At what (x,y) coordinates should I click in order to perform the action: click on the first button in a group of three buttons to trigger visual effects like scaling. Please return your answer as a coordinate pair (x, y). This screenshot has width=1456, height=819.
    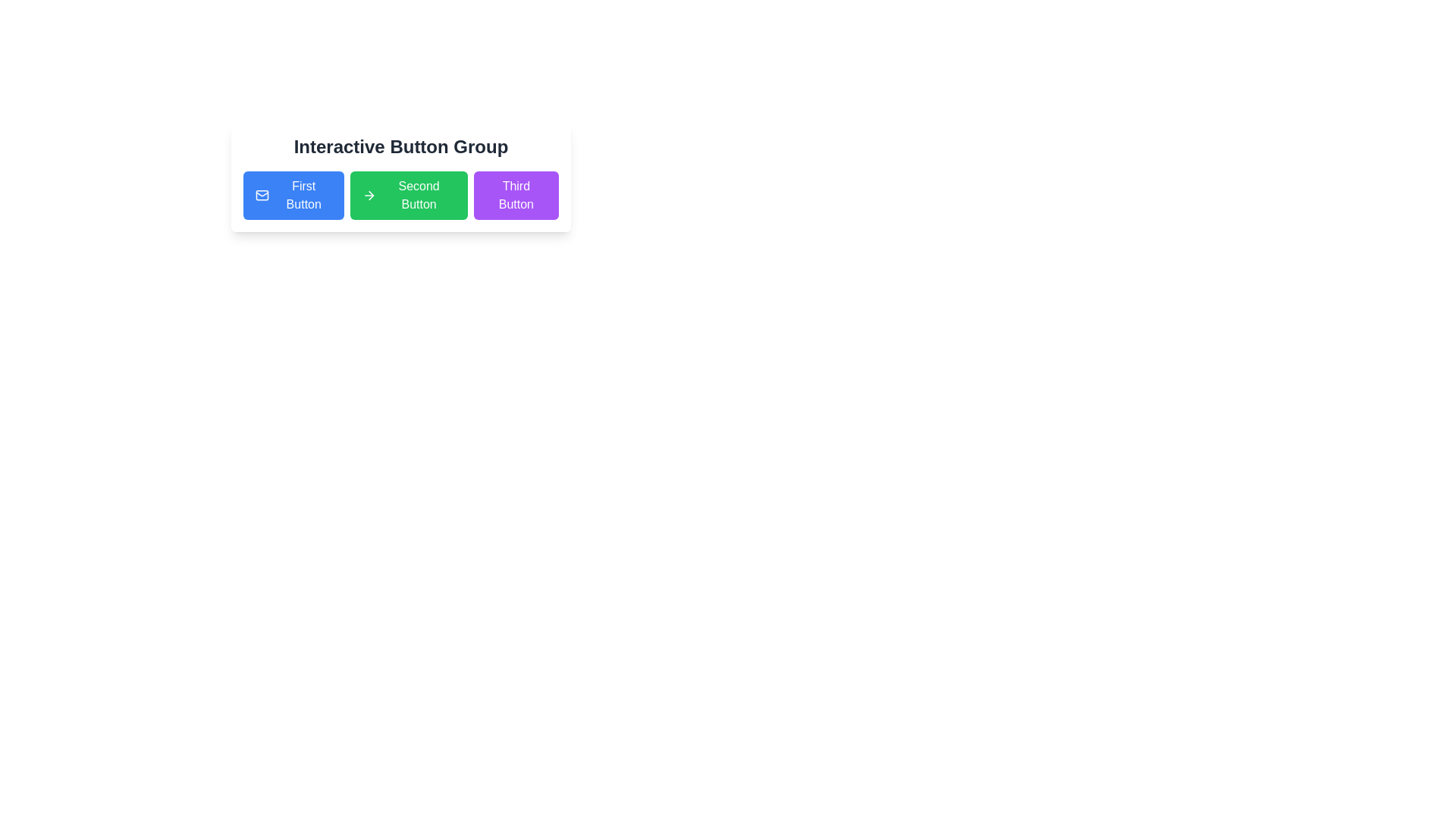
    Looking at the image, I should click on (293, 195).